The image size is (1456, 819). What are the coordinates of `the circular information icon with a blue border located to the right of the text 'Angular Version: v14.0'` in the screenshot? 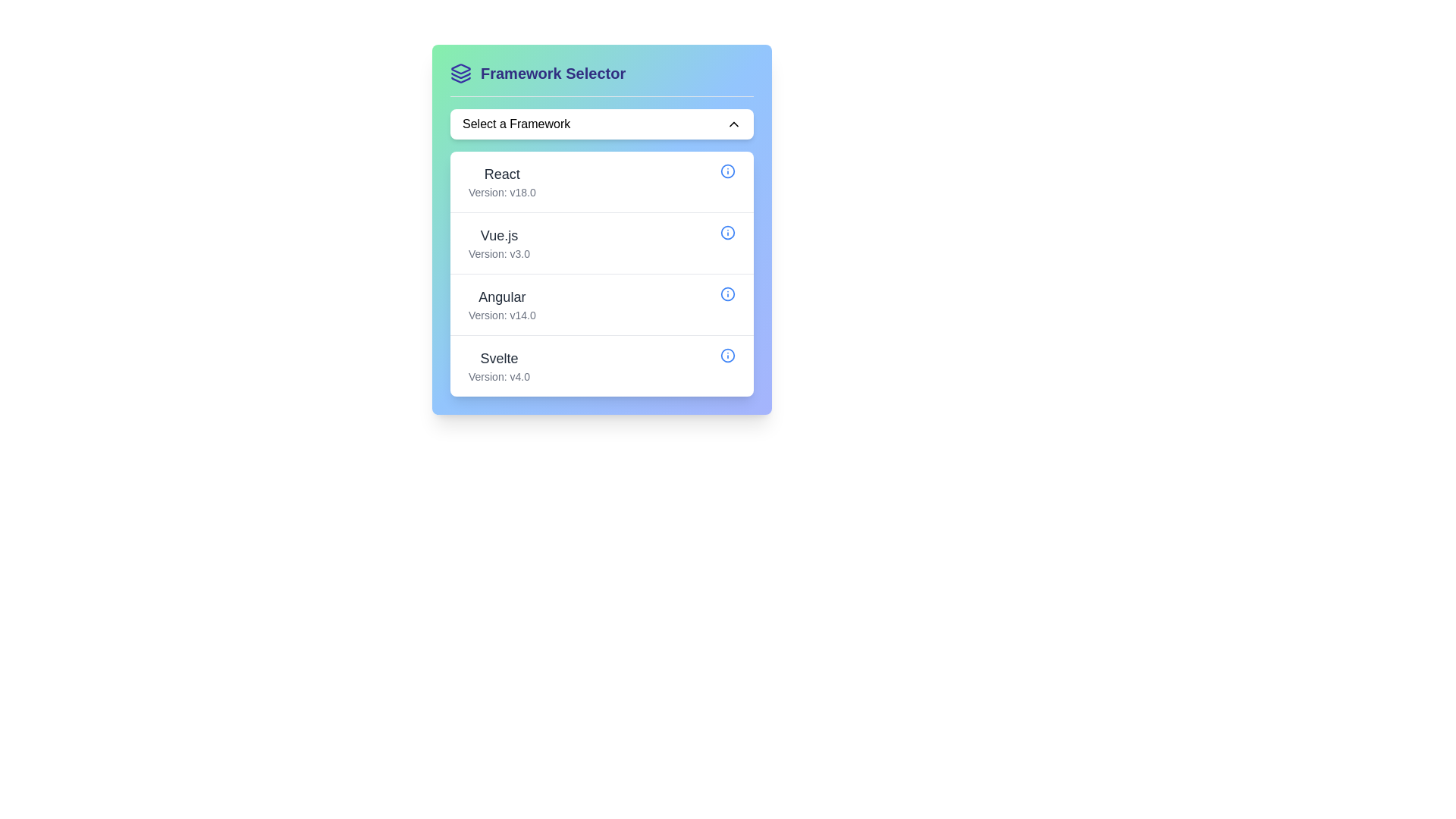 It's located at (728, 294).